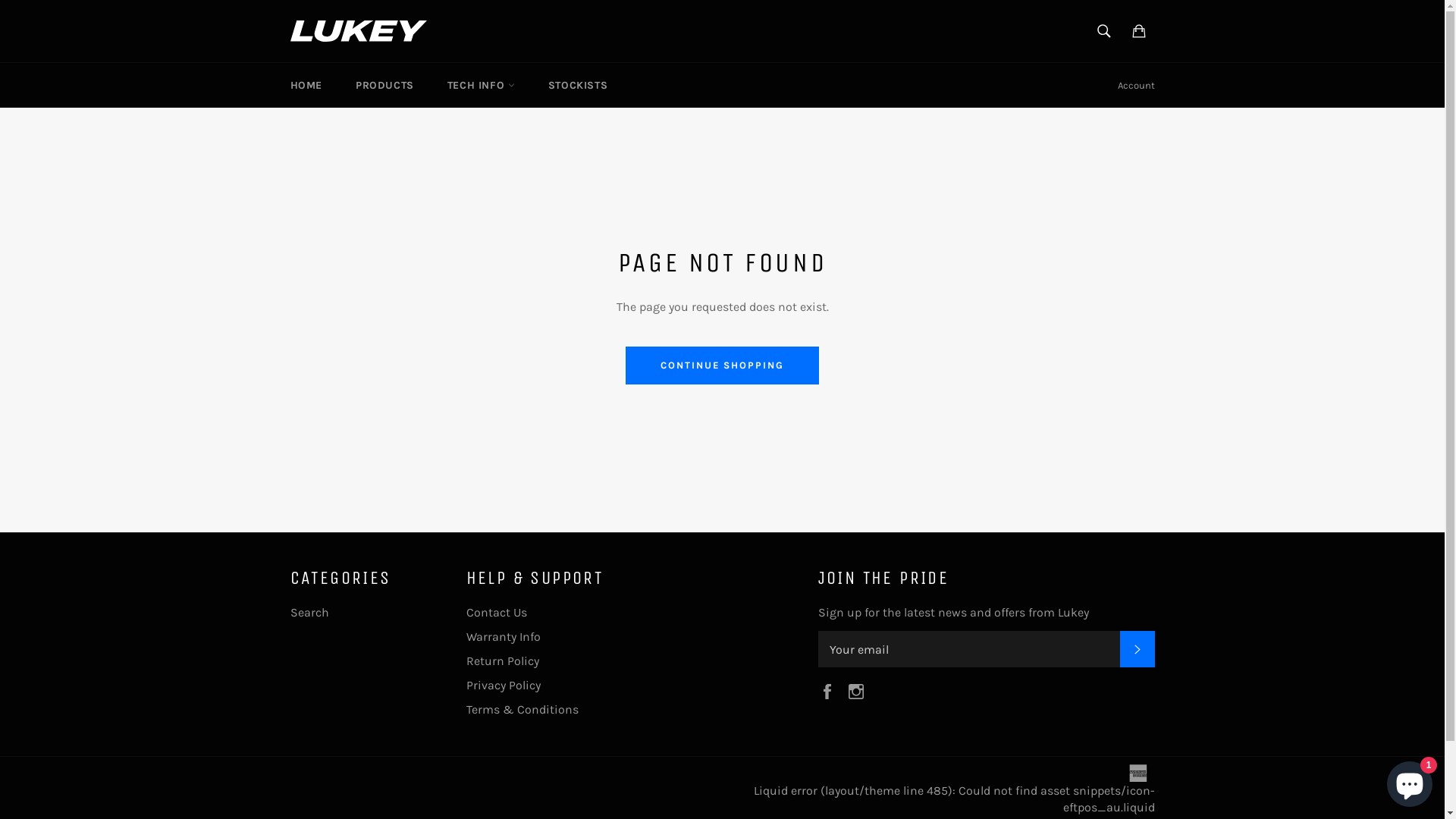 This screenshot has height=819, width=1456. What do you see at coordinates (308, 611) in the screenshot?
I see `'Search'` at bounding box center [308, 611].